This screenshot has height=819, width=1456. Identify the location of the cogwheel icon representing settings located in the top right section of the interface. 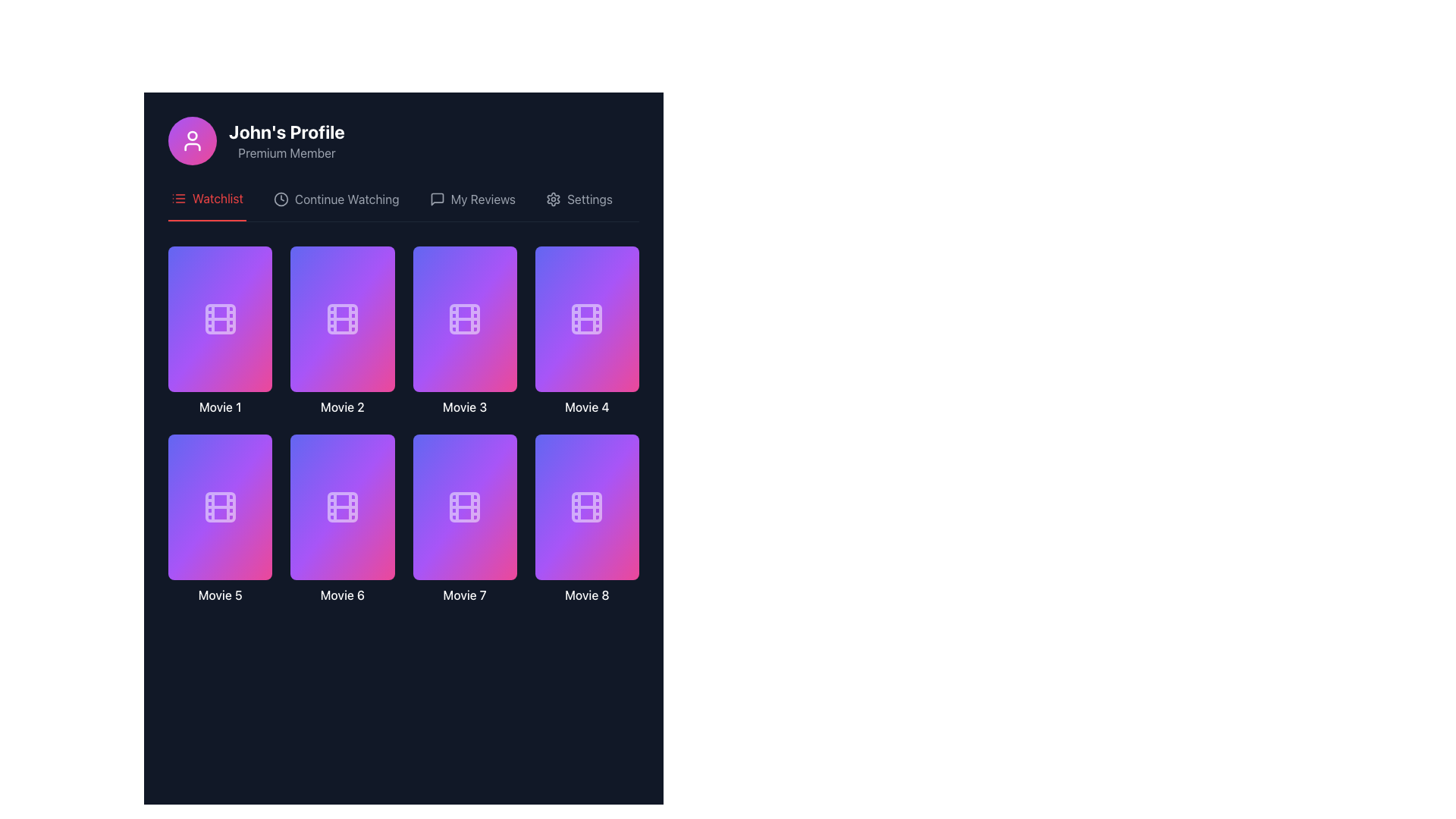
(553, 198).